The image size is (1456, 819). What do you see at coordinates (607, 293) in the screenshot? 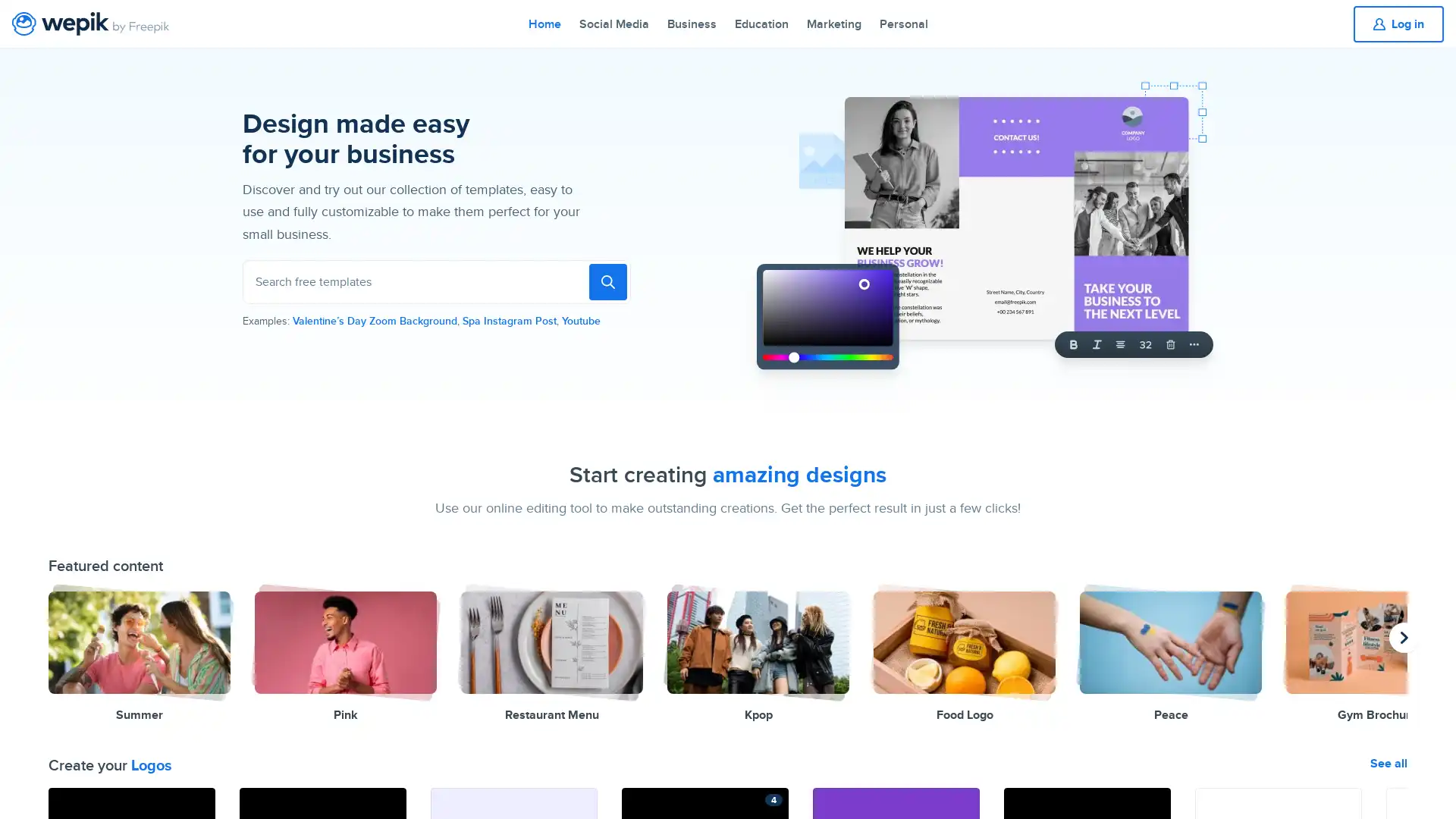
I see `To search` at bounding box center [607, 293].